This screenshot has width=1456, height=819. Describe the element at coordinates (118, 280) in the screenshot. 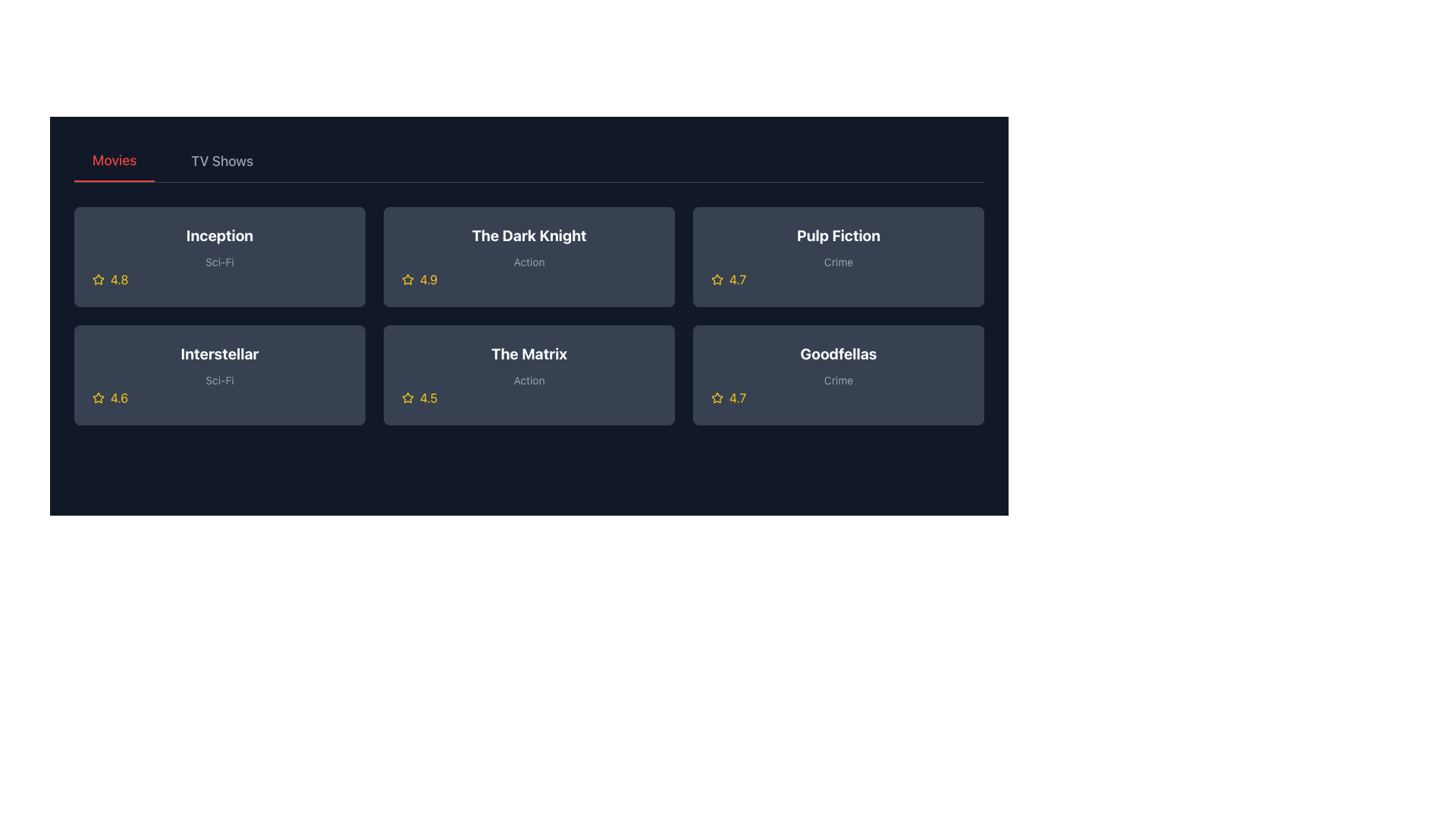

I see `rating value displayed as '4.8' in yellow text next to the star icon for the movie 'Inception'` at that location.